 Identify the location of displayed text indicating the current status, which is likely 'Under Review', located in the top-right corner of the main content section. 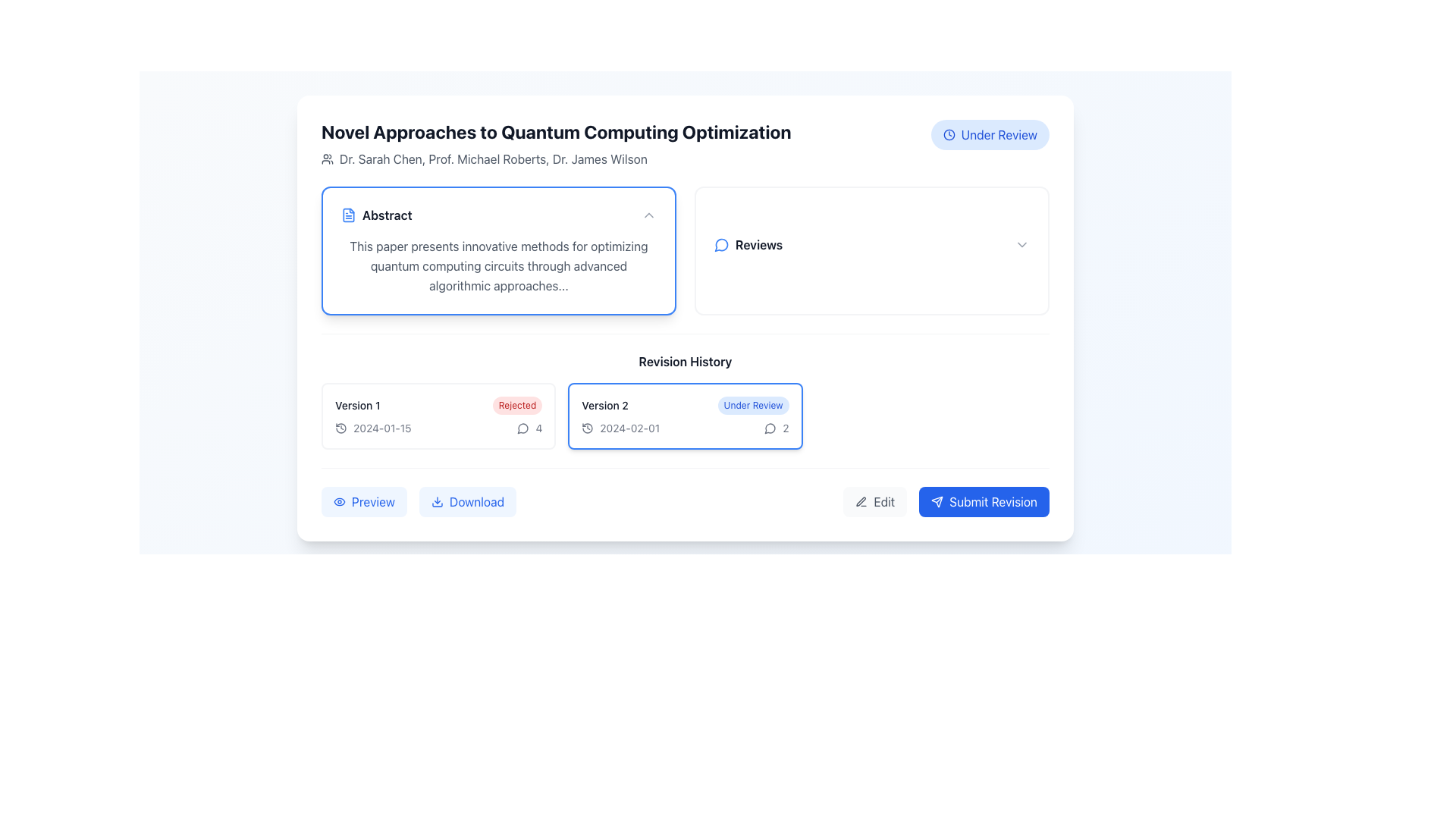
(999, 133).